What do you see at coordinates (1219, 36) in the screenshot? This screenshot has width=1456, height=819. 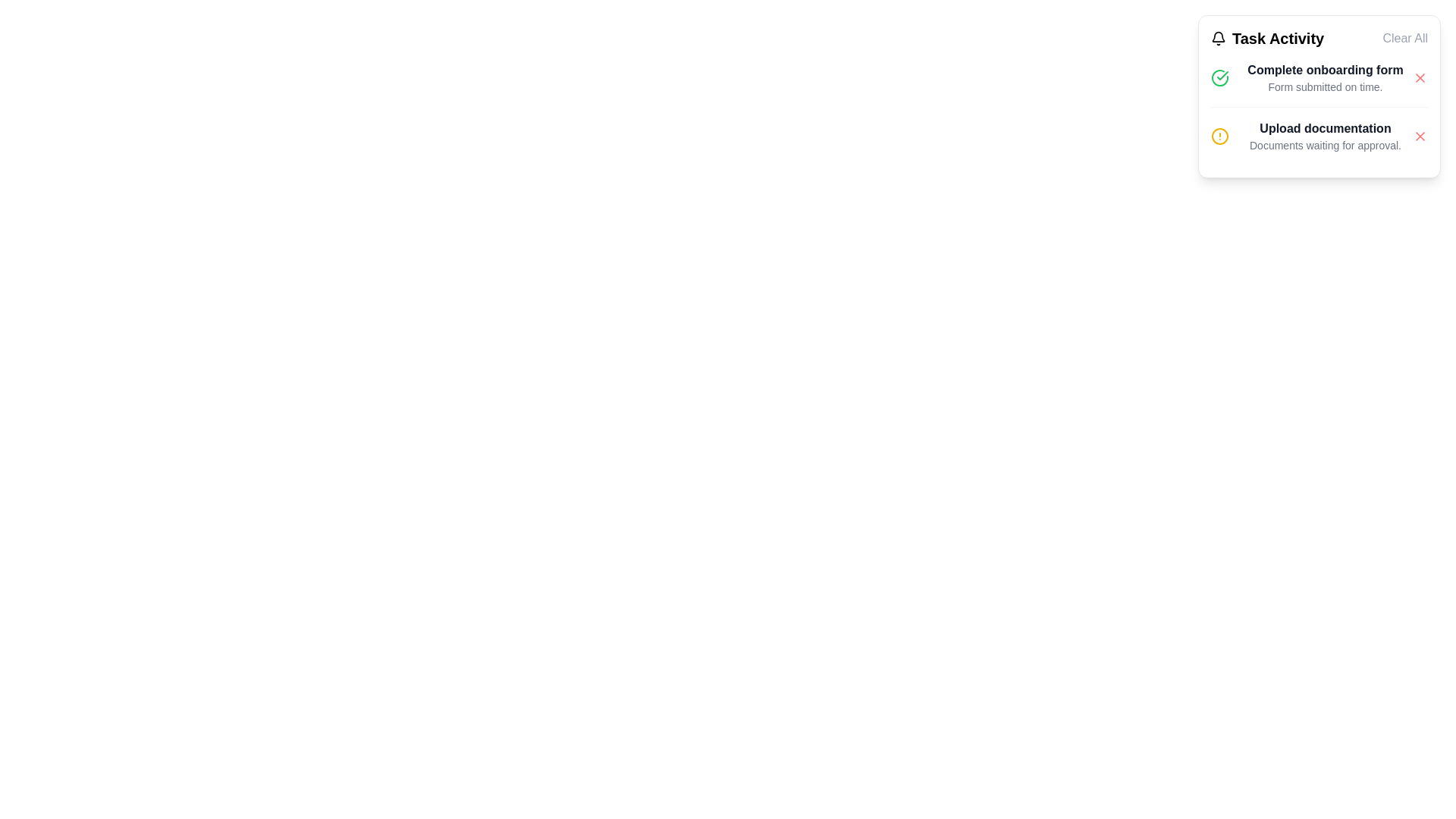 I see `the decorative graphic of the bell icon located in the top-left corner of the 'Task Activity' panel` at bounding box center [1219, 36].